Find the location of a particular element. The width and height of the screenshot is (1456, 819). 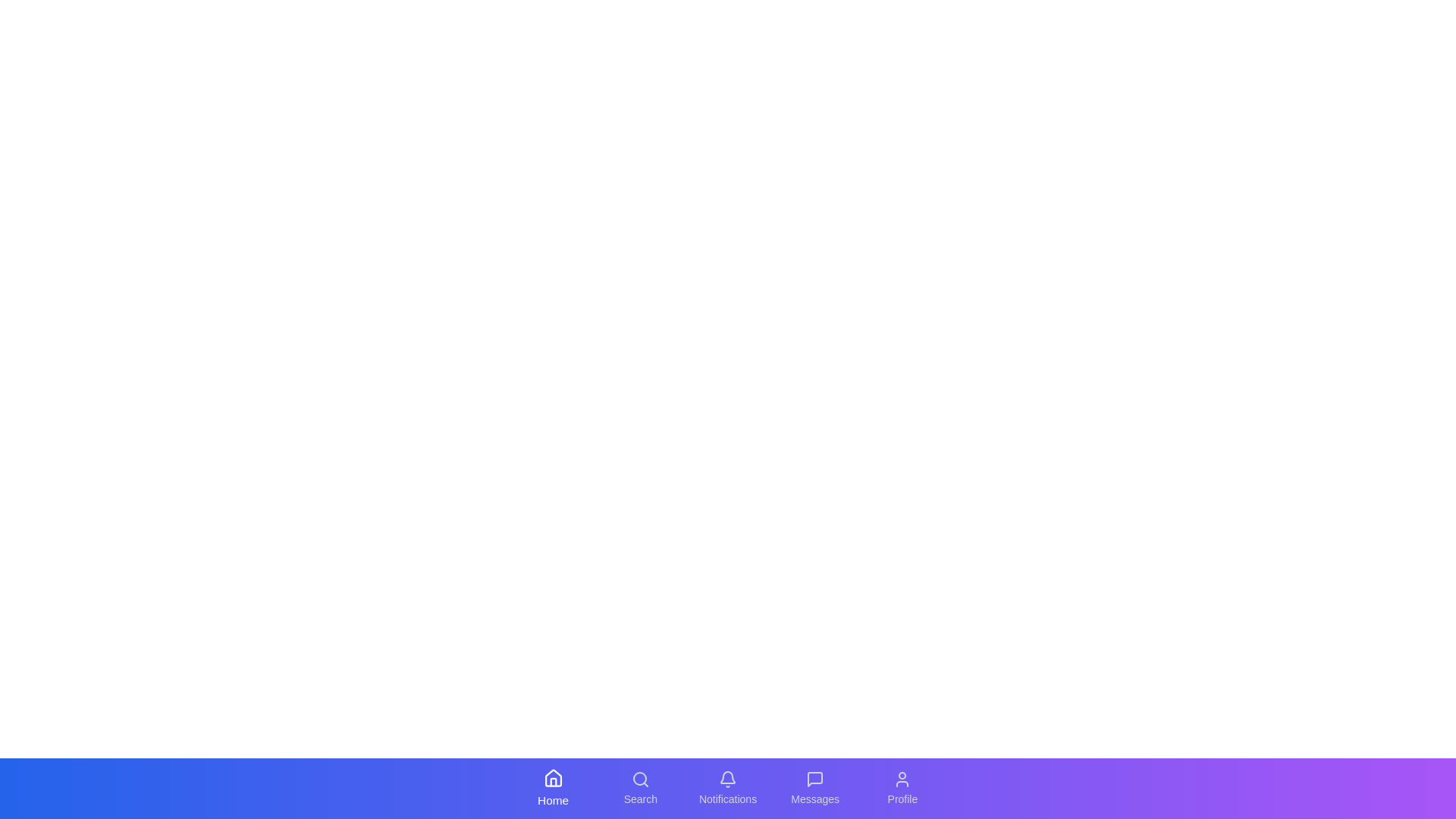

the Home navigation icon to navigate to the corresponding section is located at coordinates (552, 788).